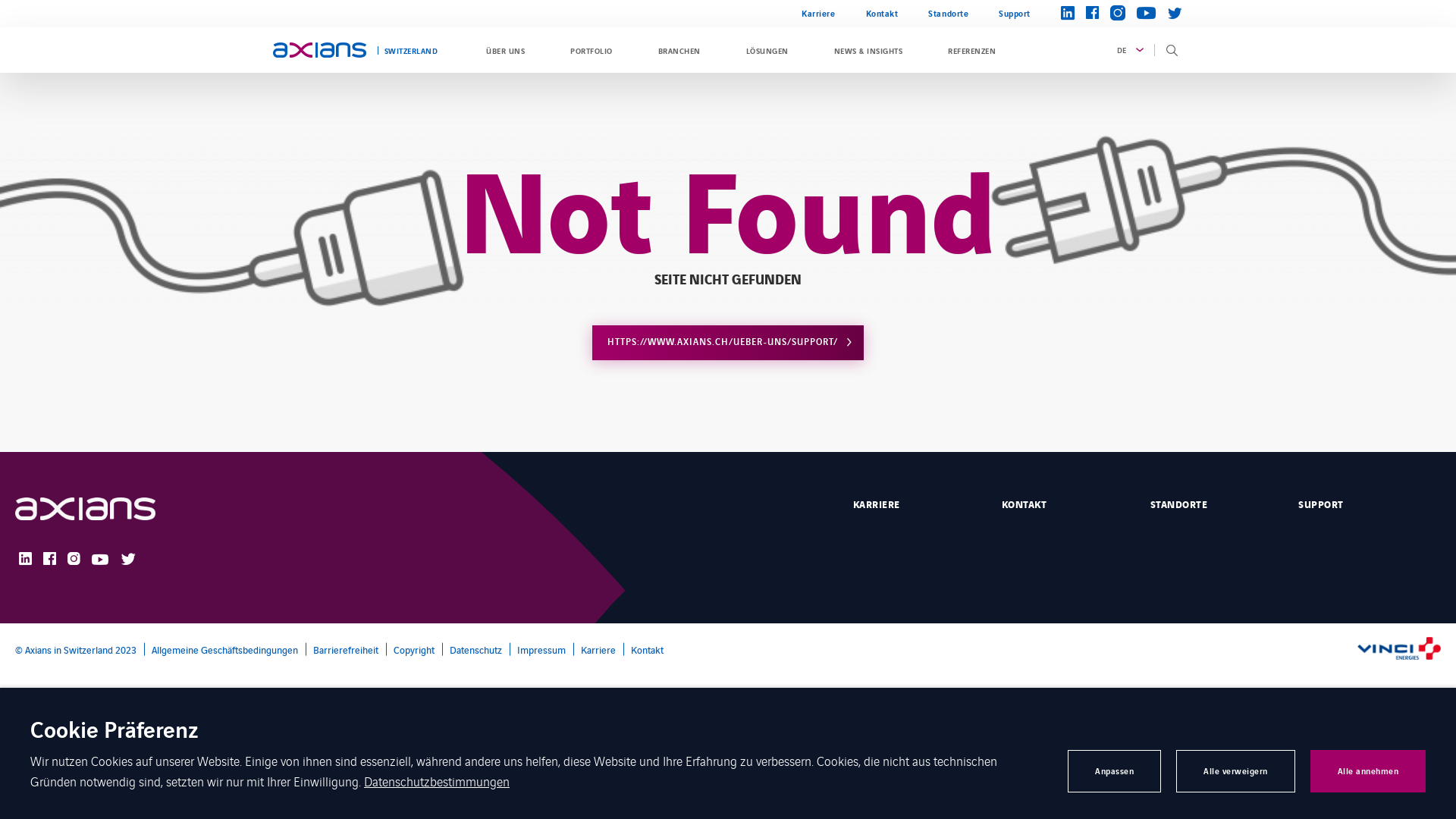 The width and height of the screenshot is (1456, 819). What do you see at coordinates (1212, 503) in the screenshot?
I see `'STANDORTE'` at bounding box center [1212, 503].